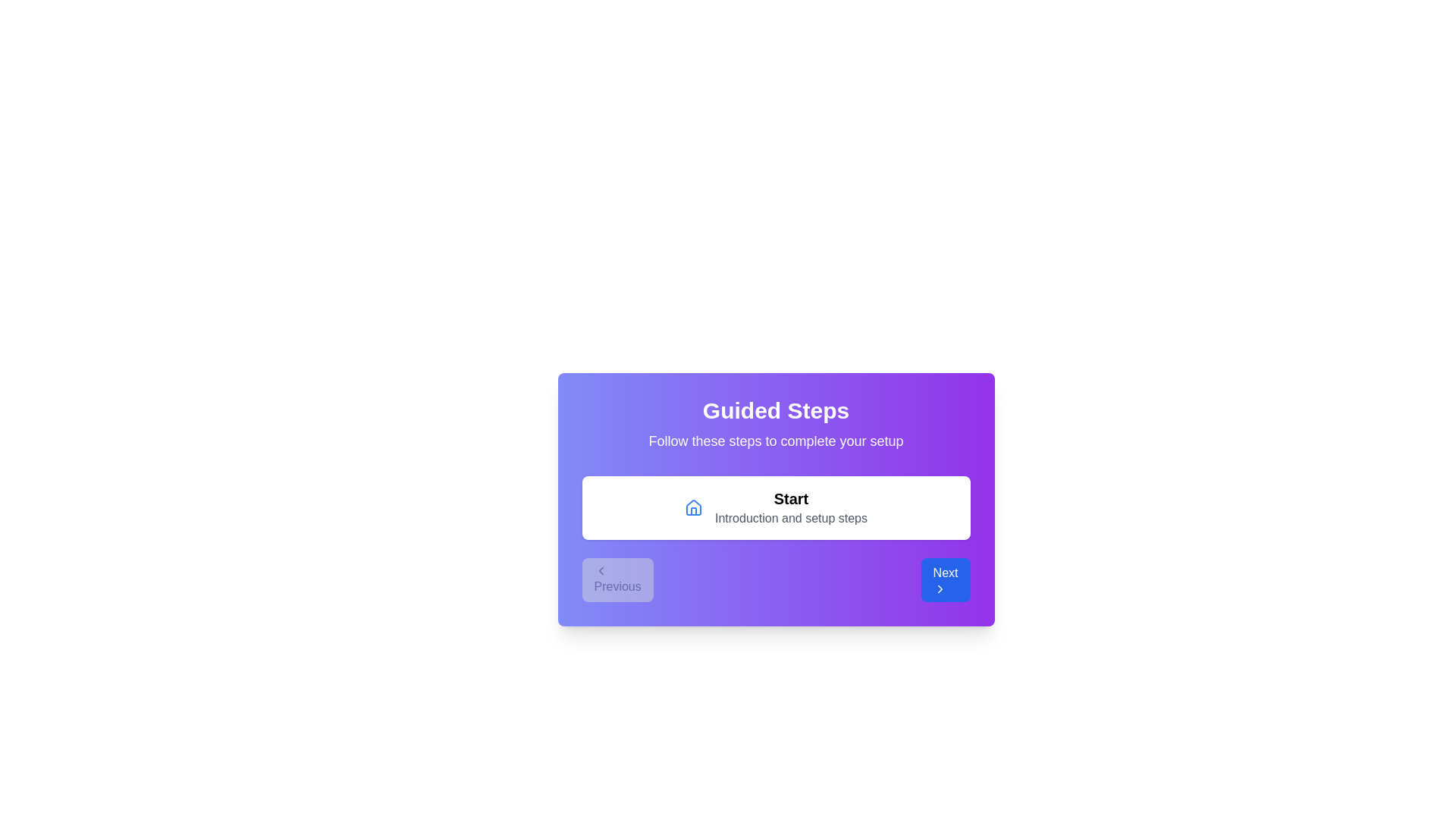 The image size is (1456, 819). I want to click on the static text label 'Start' that indicates the beginning of a process, located to the right of a home icon within the white rectangular region below 'Guided Steps', so click(790, 499).